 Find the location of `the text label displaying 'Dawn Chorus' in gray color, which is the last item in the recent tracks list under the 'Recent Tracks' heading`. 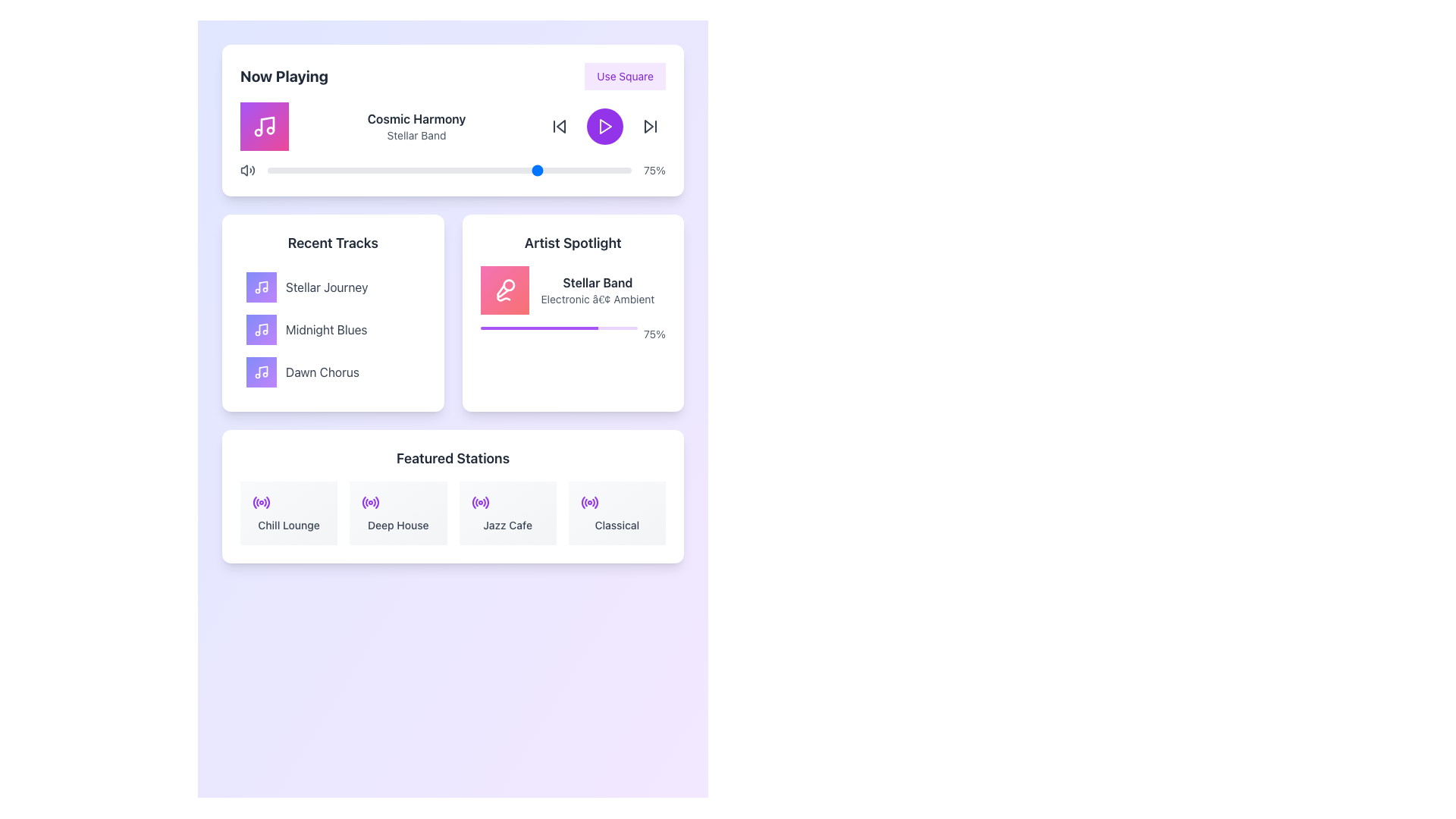

the text label displaying 'Dawn Chorus' in gray color, which is the last item in the recent tracks list under the 'Recent Tracks' heading is located at coordinates (322, 372).